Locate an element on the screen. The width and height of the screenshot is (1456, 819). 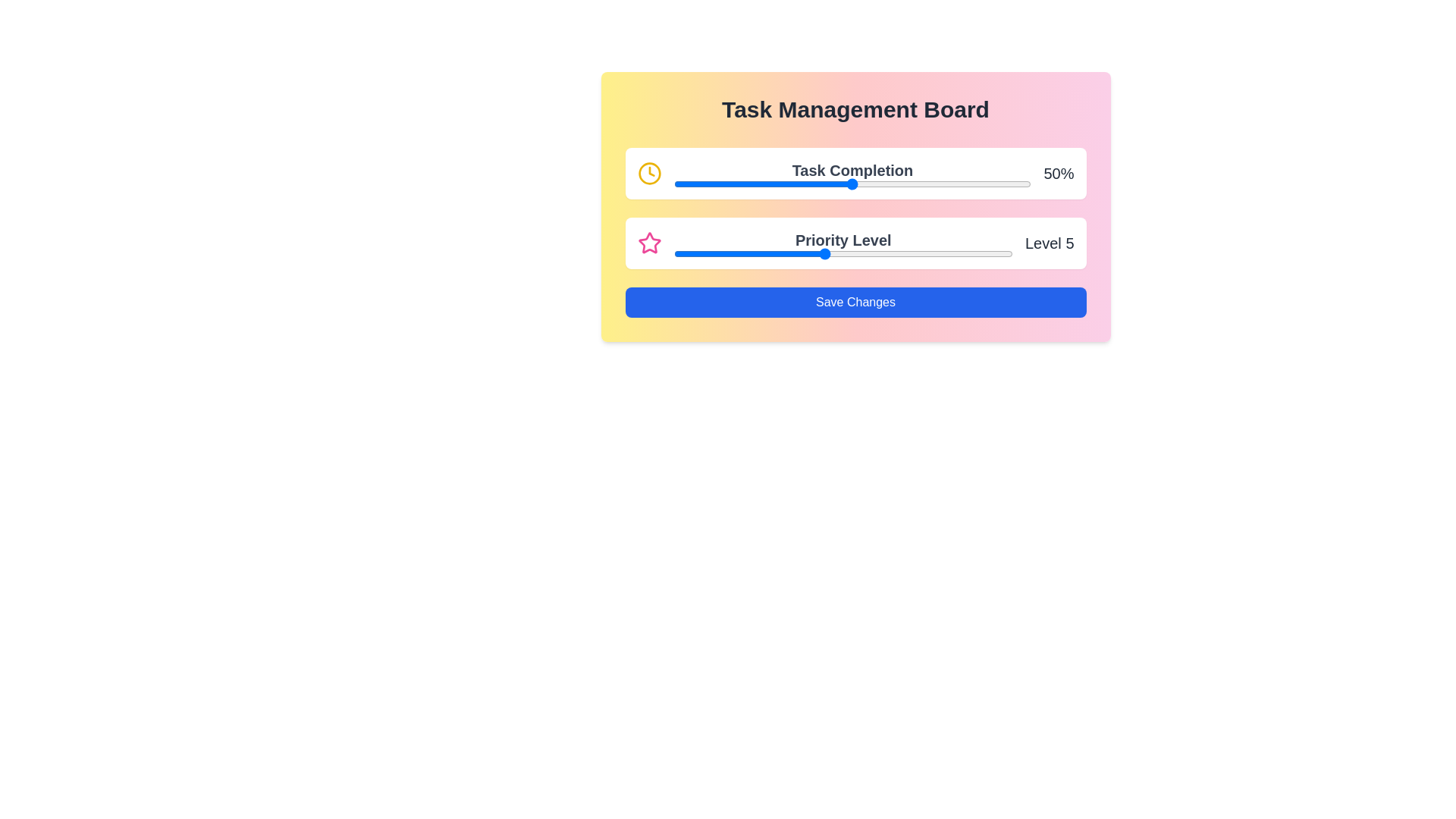
text label that describes the purpose of the adjacent progress bar and percentage indicator, which is positioned above the progress bar in the task management section is located at coordinates (852, 170).